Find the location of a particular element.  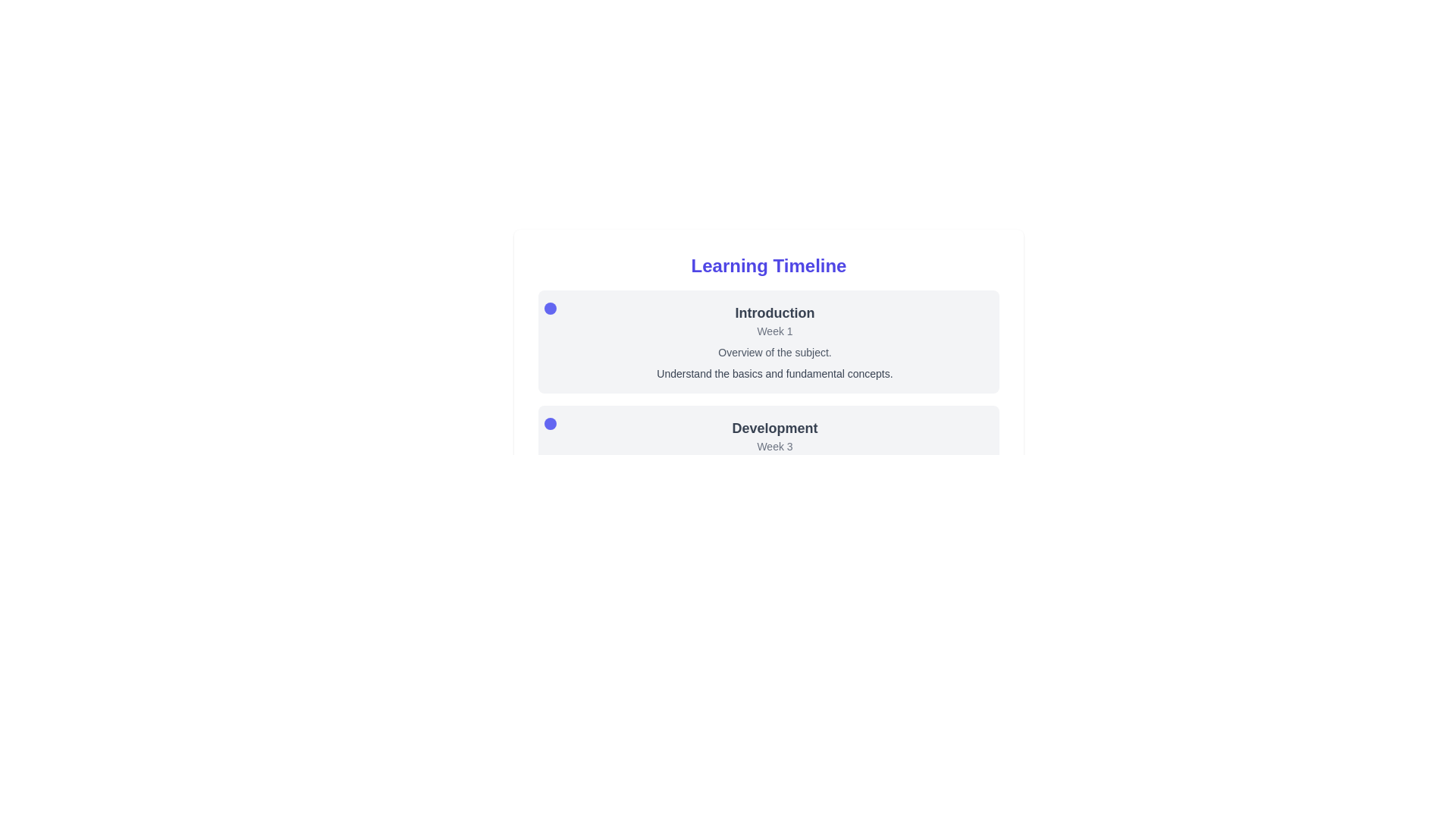

the text element that states 'Understand the basics and fundamental concepts.' which is styled with a smaller font size and medium-weight gray color, located at the bottom of a rectangular section containing introductory content is located at coordinates (775, 374).